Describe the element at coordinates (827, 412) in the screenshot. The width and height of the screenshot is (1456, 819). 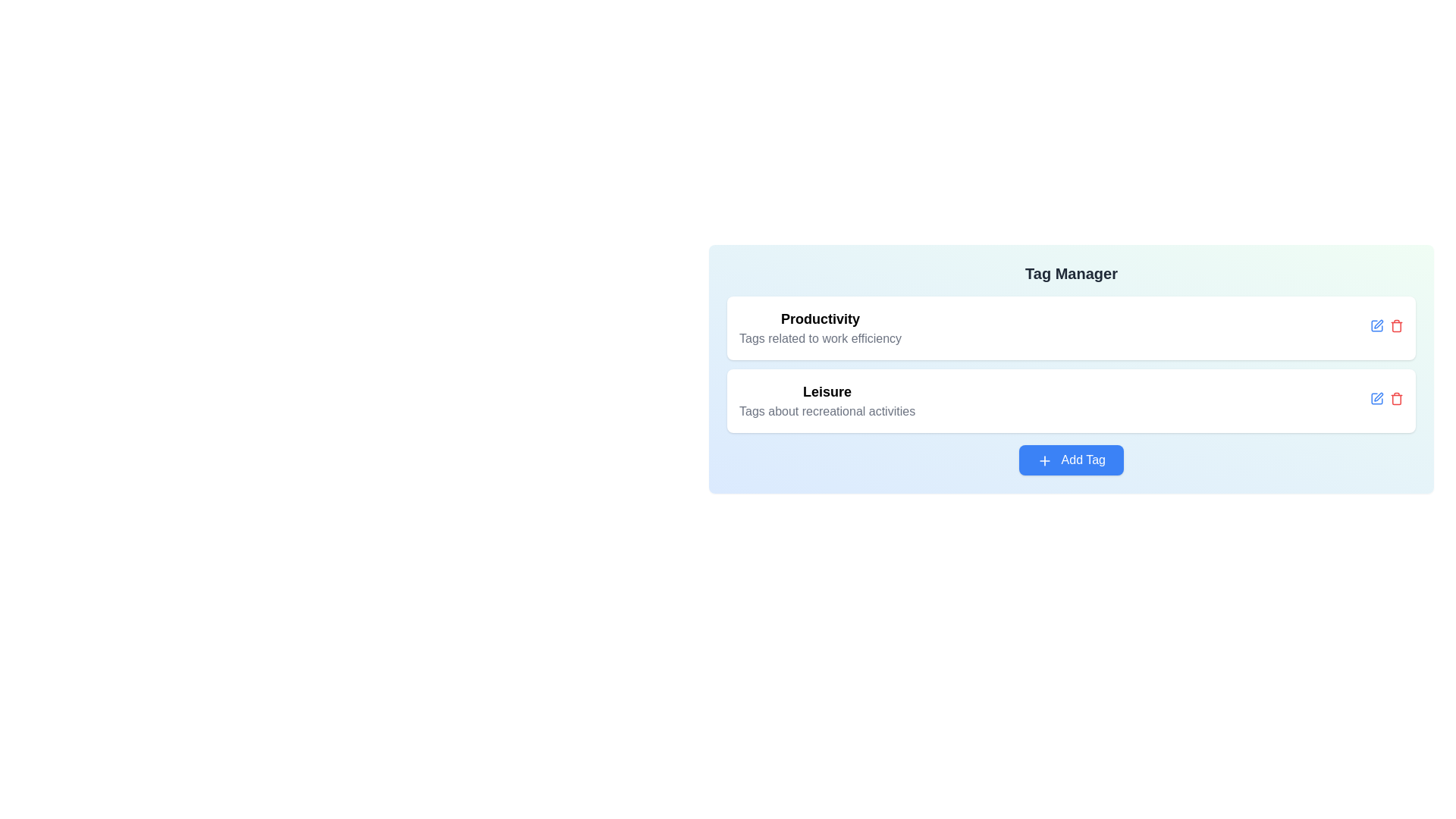
I see `text 'Tags about recreational activities', which is styled in a small, light gray font and located below the bold header 'Leisure'` at that location.